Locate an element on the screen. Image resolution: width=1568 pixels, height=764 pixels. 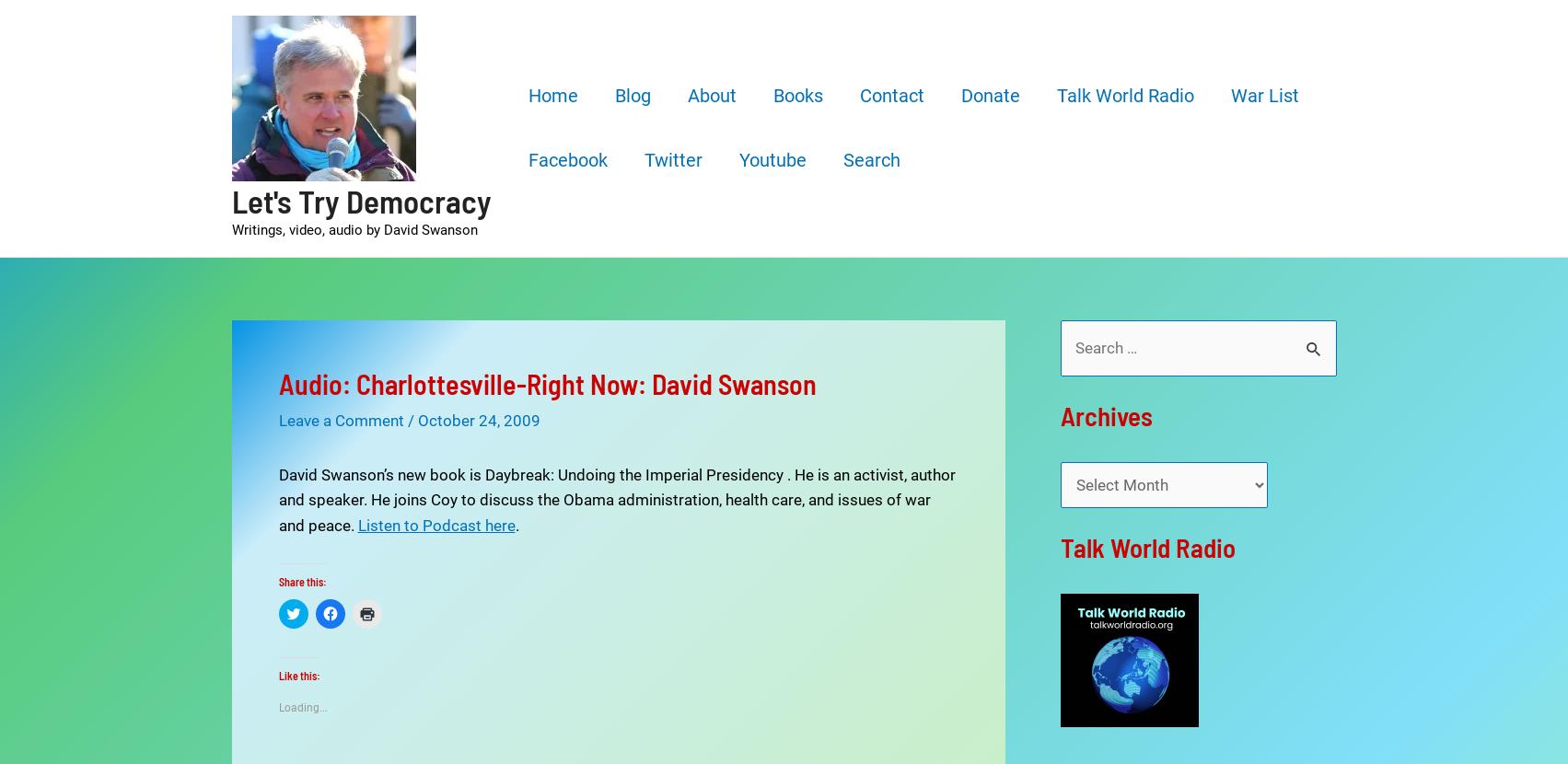
'October 24, 2009' is located at coordinates (477, 420).